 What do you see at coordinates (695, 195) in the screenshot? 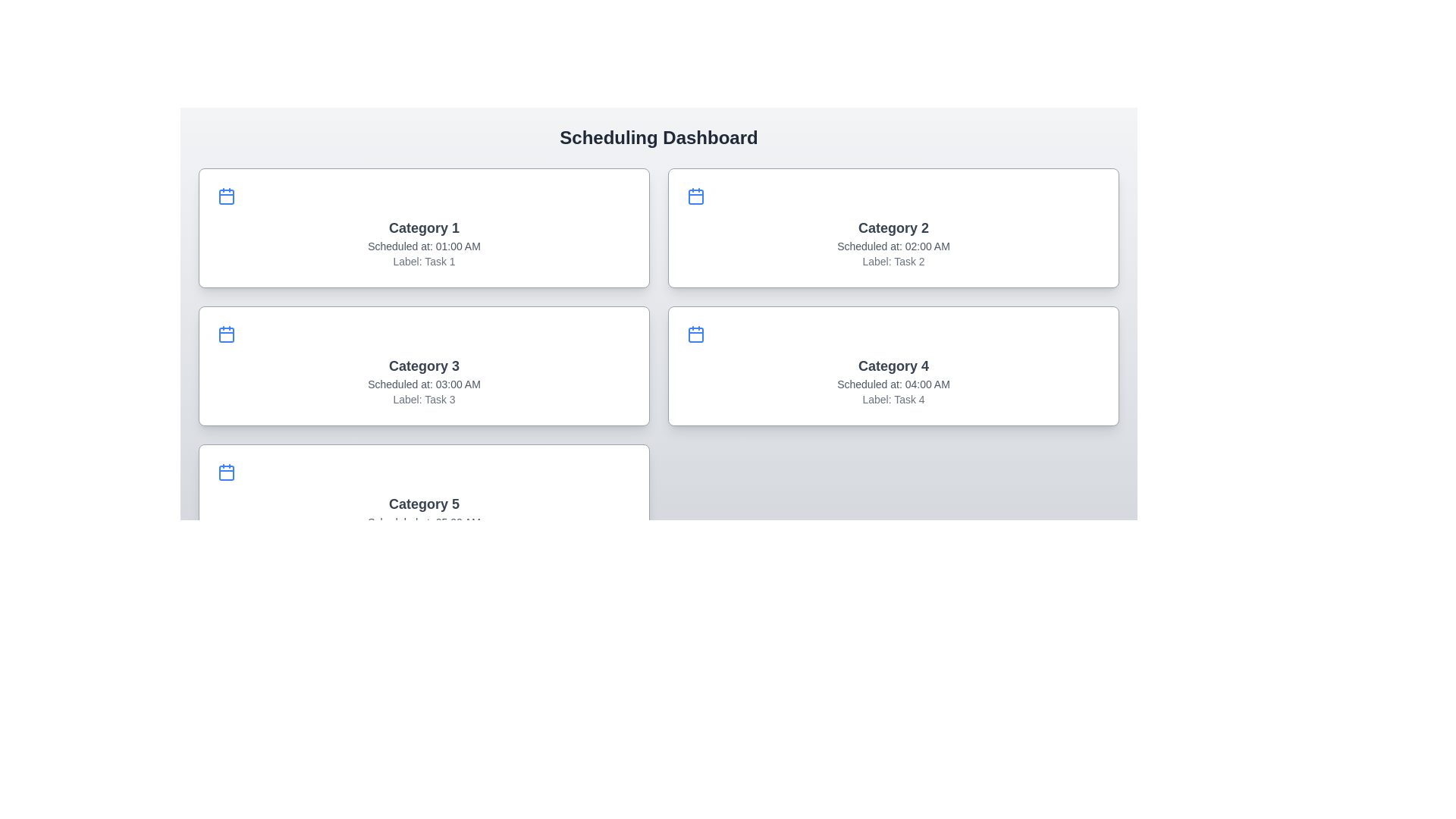
I see `the scheduling icon located at the top-left corner of the card titled 'Category 2', which is in the second column of the top row` at bounding box center [695, 195].